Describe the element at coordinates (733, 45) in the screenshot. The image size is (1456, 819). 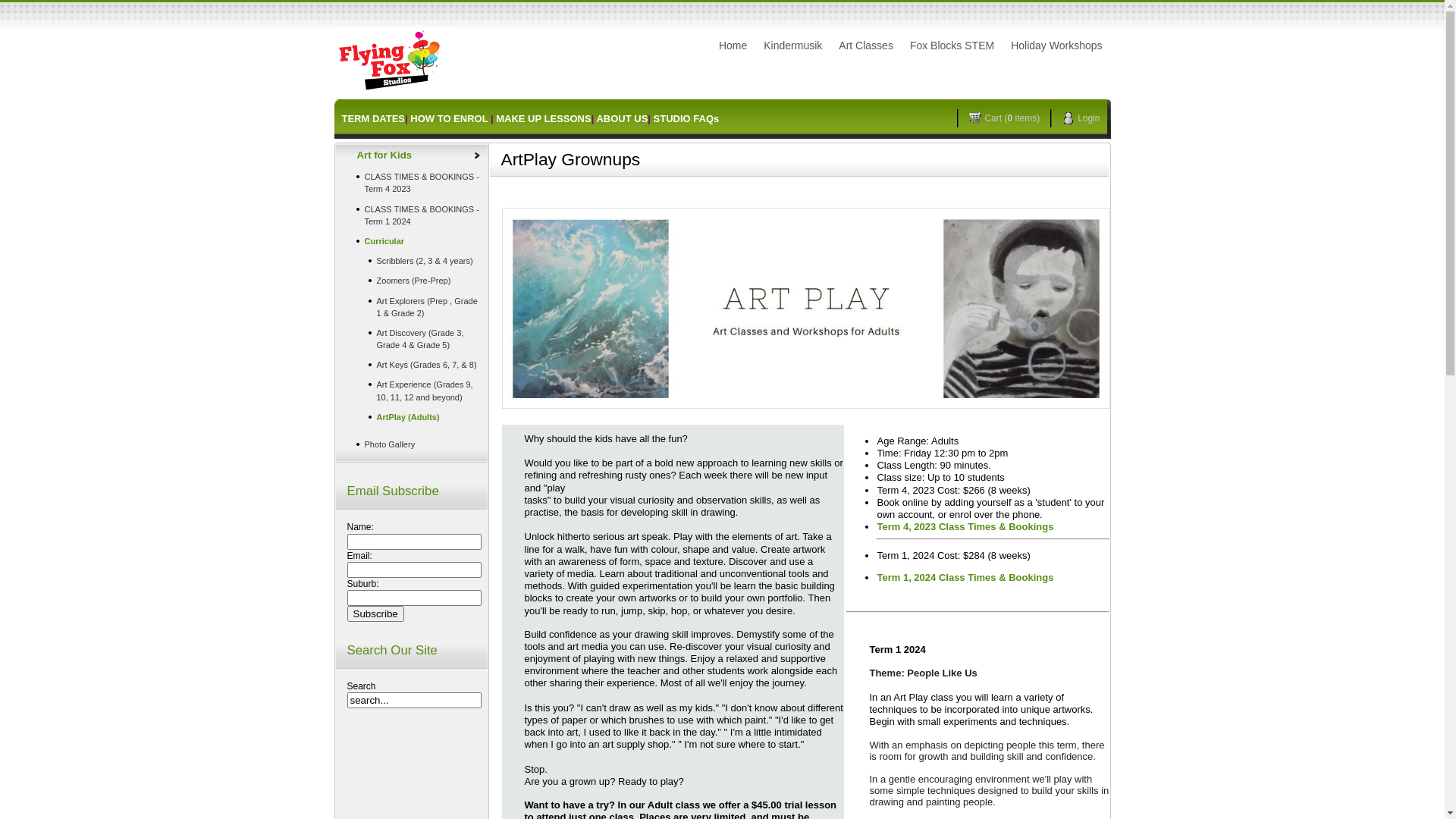
I see `'Home'` at that location.